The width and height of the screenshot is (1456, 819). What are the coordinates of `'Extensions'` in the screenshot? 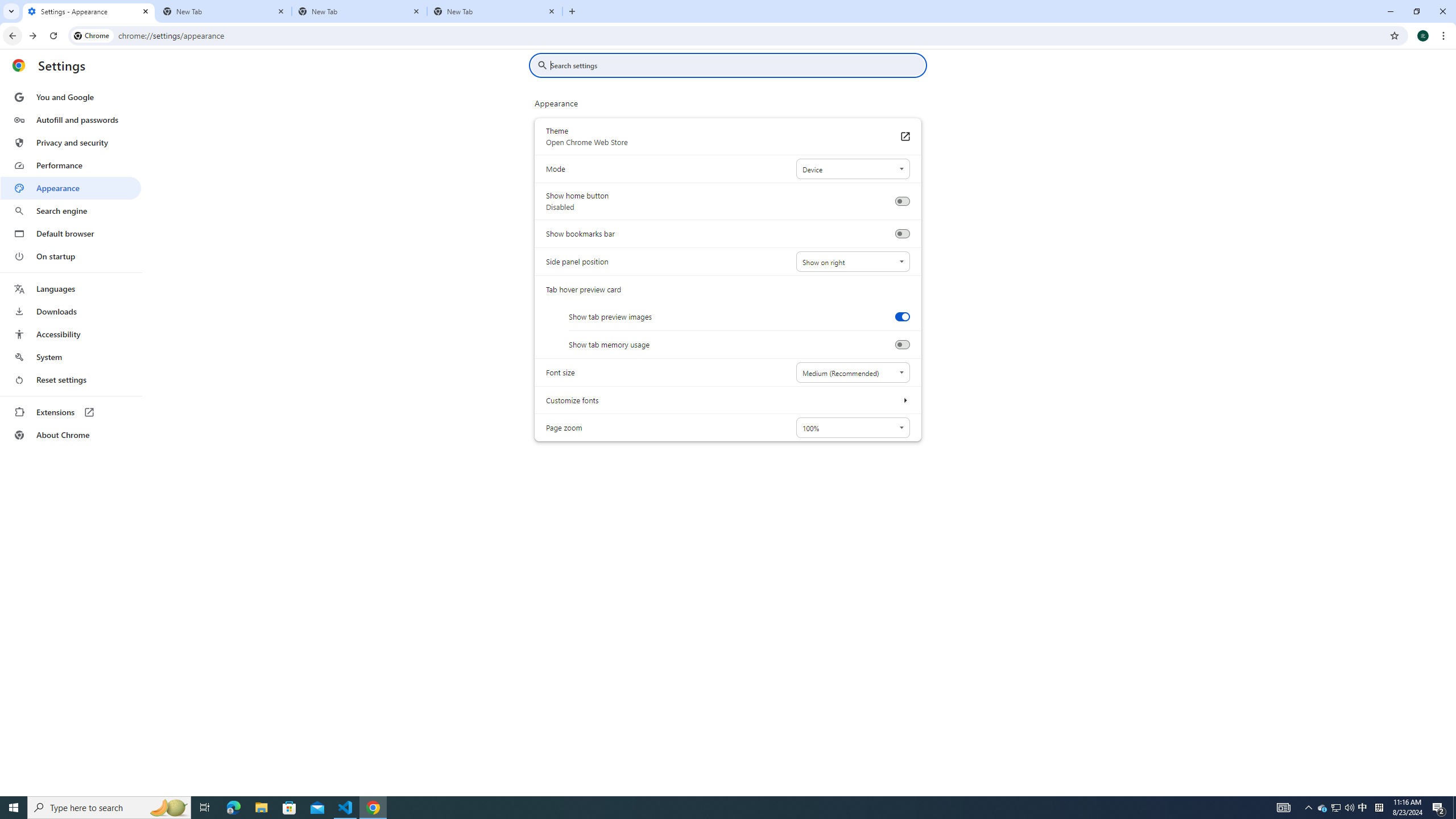 It's located at (70, 412).